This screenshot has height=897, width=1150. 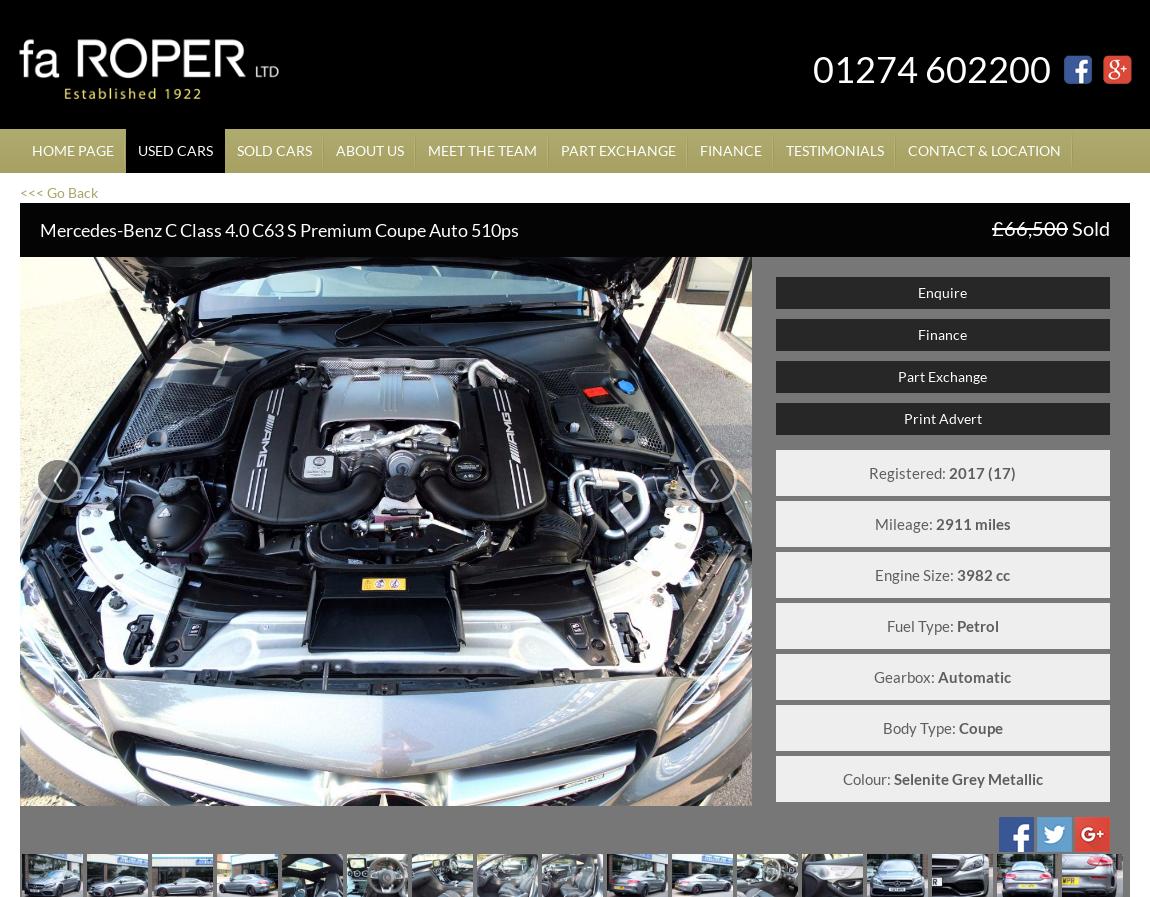 What do you see at coordinates (1030, 227) in the screenshot?
I see `'£66,500'` at bounding box center [1030, 227].